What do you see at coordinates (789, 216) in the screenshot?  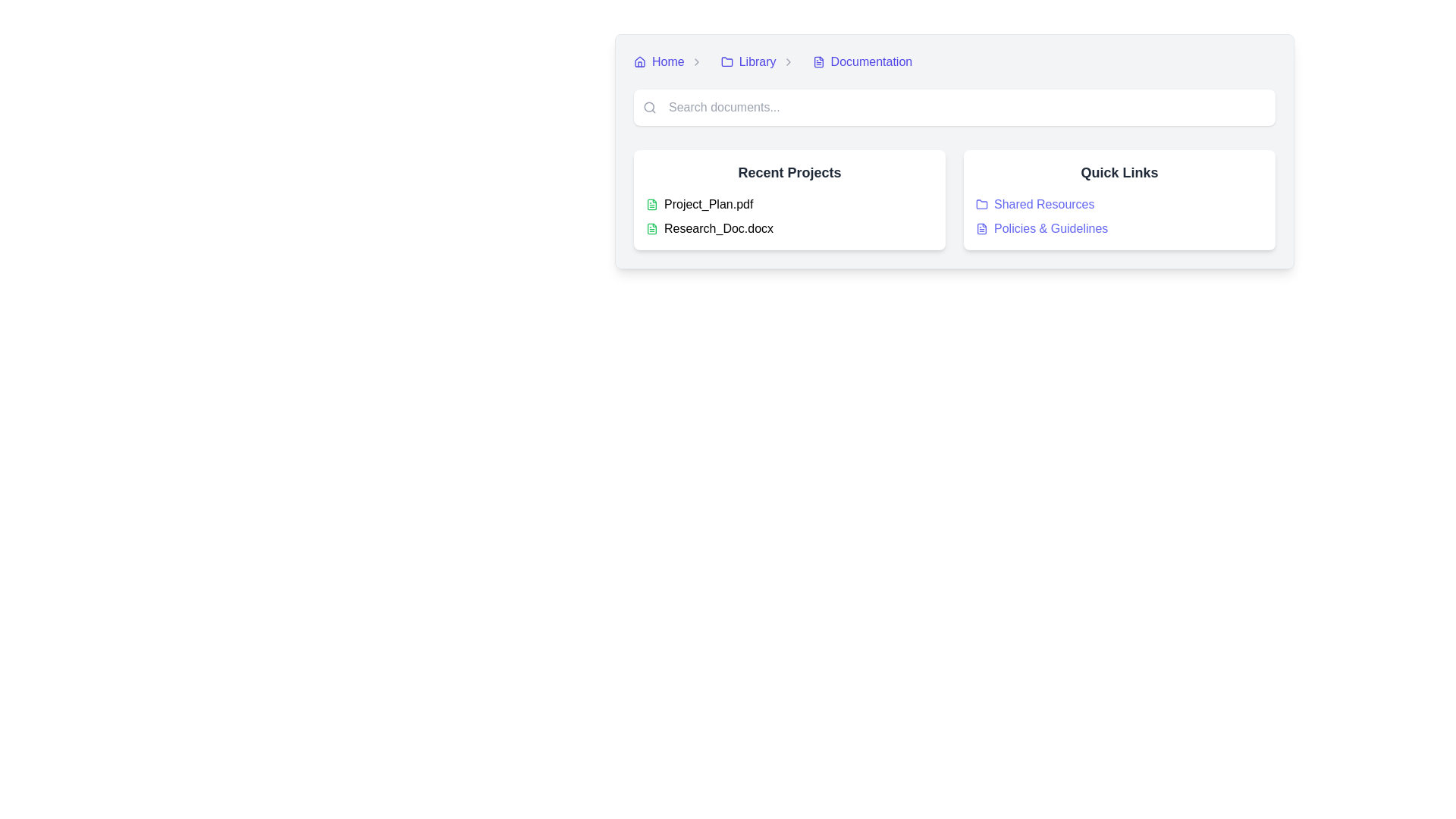 I see `the file name` at bounding box center [789, 216].